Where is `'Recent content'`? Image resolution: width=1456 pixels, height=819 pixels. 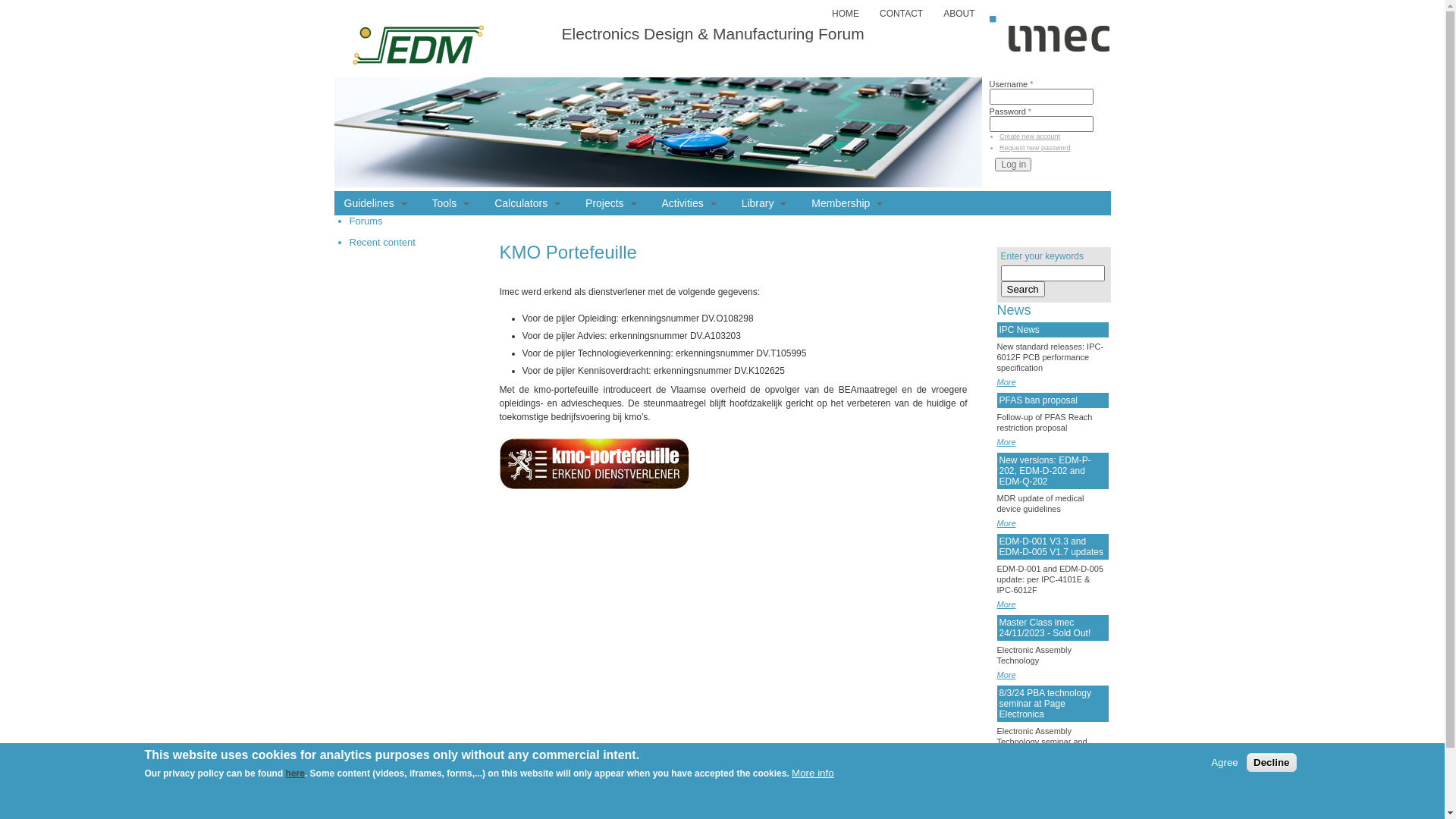 'Recent content' is located at coordinates (348, 241).